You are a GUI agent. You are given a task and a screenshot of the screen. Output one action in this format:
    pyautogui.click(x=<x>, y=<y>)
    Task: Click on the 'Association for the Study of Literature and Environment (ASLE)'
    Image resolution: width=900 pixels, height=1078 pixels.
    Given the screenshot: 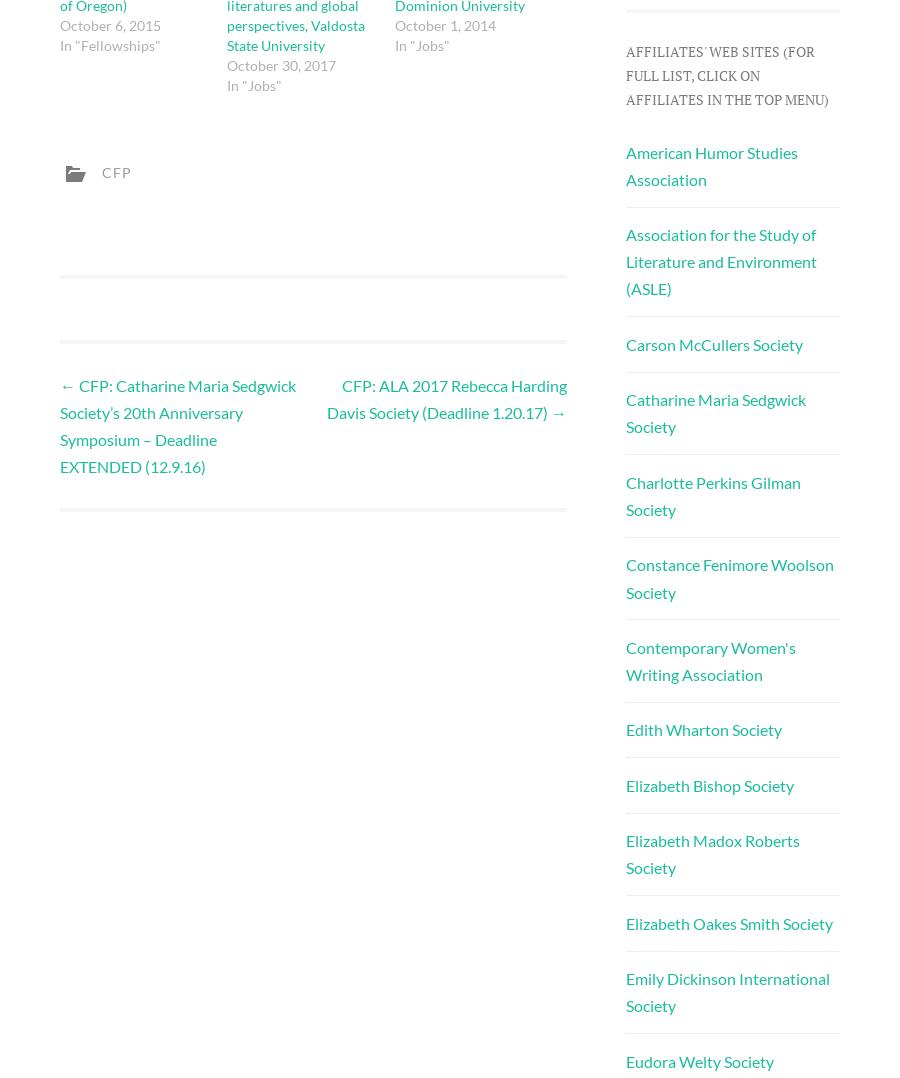 What is the action you would take?
    pyautogui.click(x=719, y=260)
    